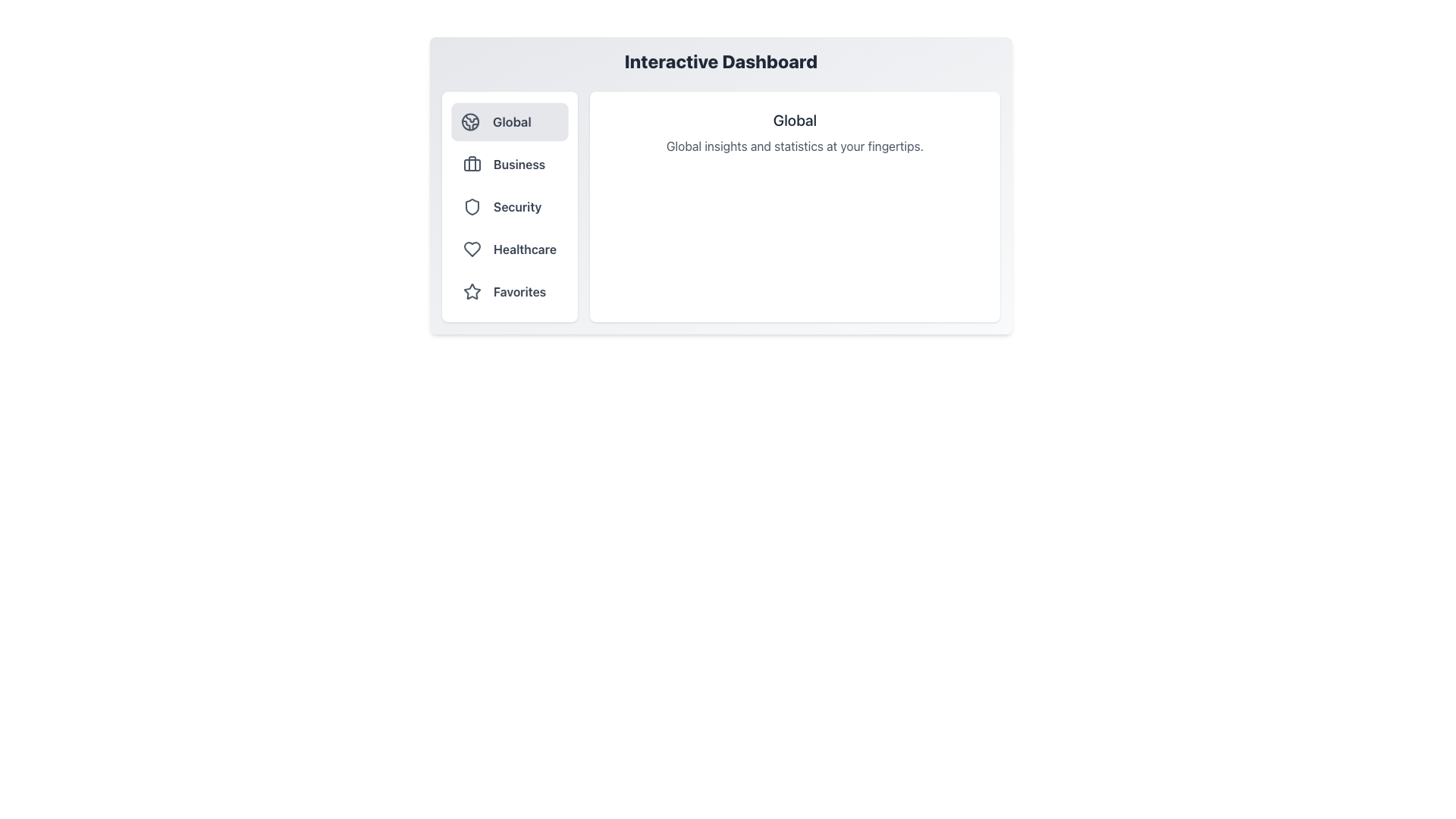 Image resolution: width=1456 pixels, height=819 pixels. I want to click on the 'Favorites' Text Label in the sidebar menu, so click(519, 292).